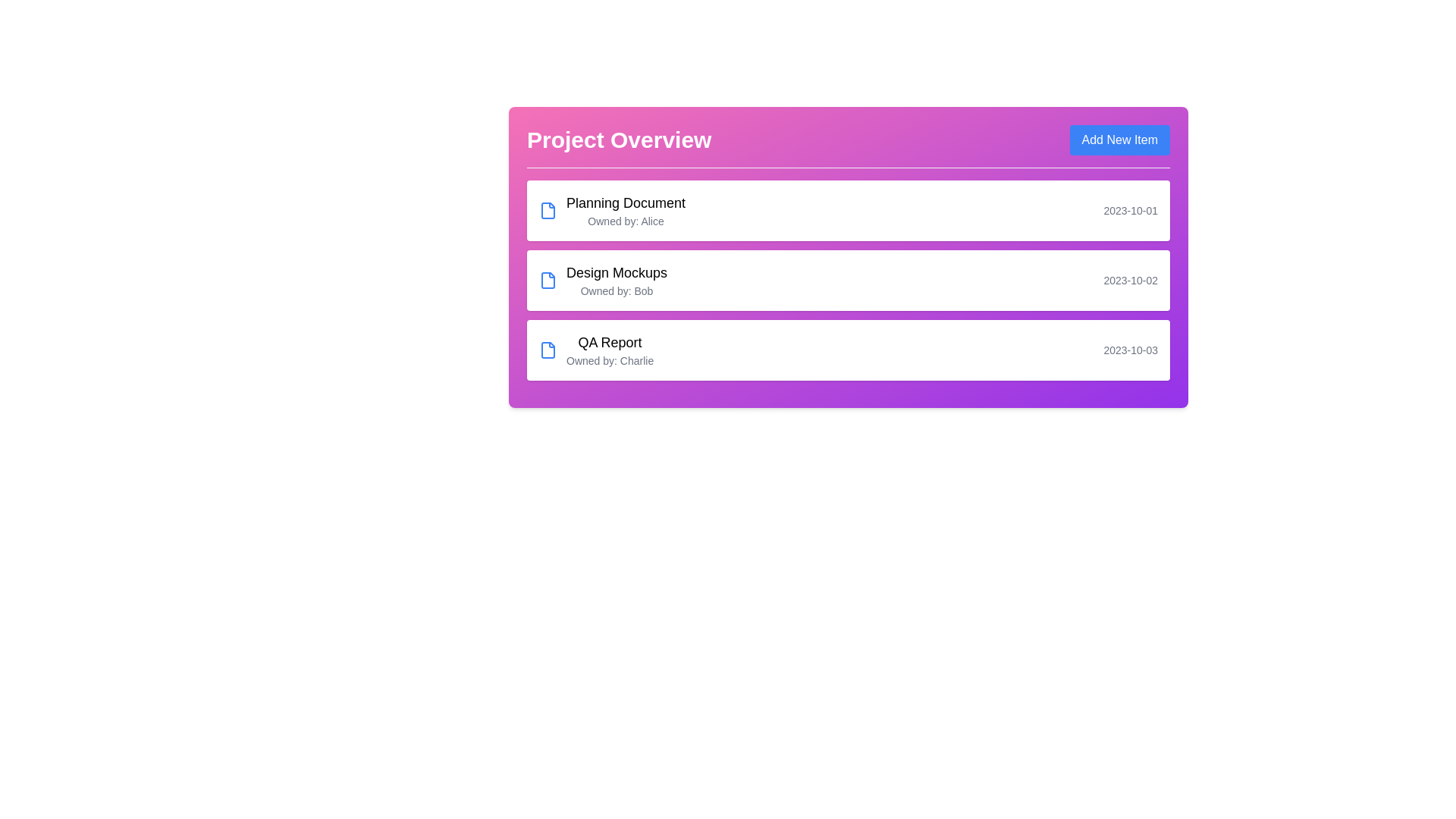 This screenshot has height=819, width=1456. What do you see at coordinates (847, 281) in the screenshot?
I see `the second item card in the project or document list, which is located centrally beneath 'Planning Document Owned by: Alice' and above 'QA Report Owned by: Charlie'` at bounding box center [847, 281].